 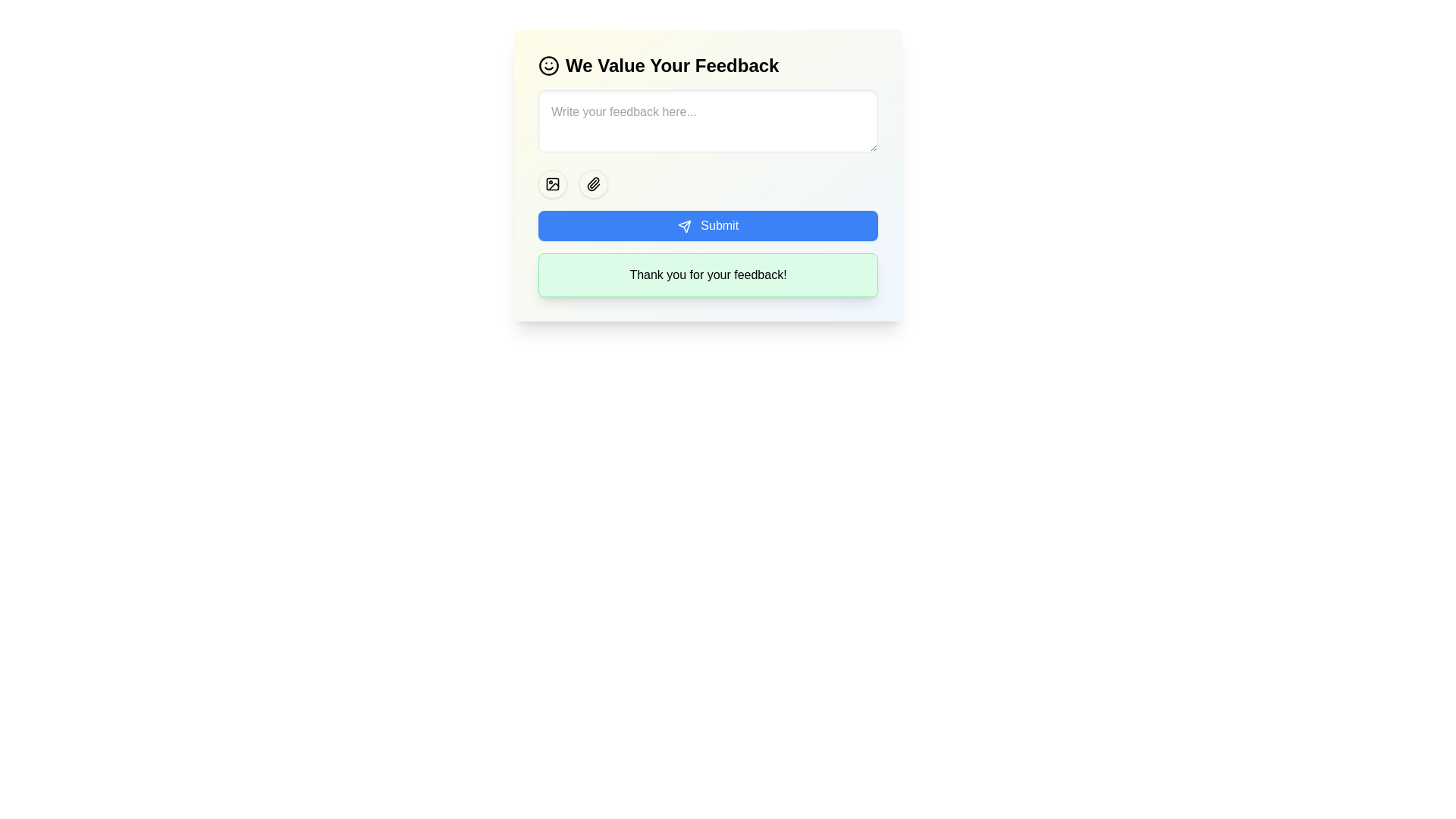 I want to click on the paperclip icon located below the feedback text input field, so click(x=592, y=184).